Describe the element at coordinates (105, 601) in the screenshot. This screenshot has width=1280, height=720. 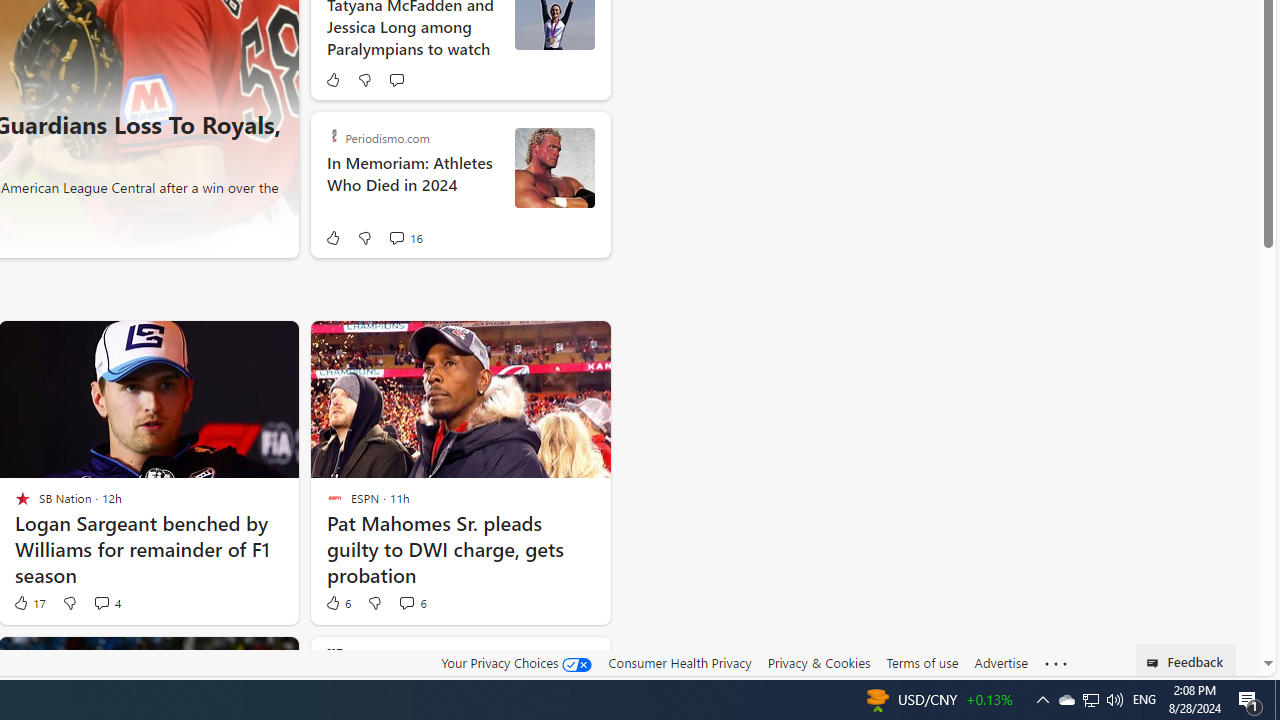
I see `'View comments 4 Comment'` at that location.